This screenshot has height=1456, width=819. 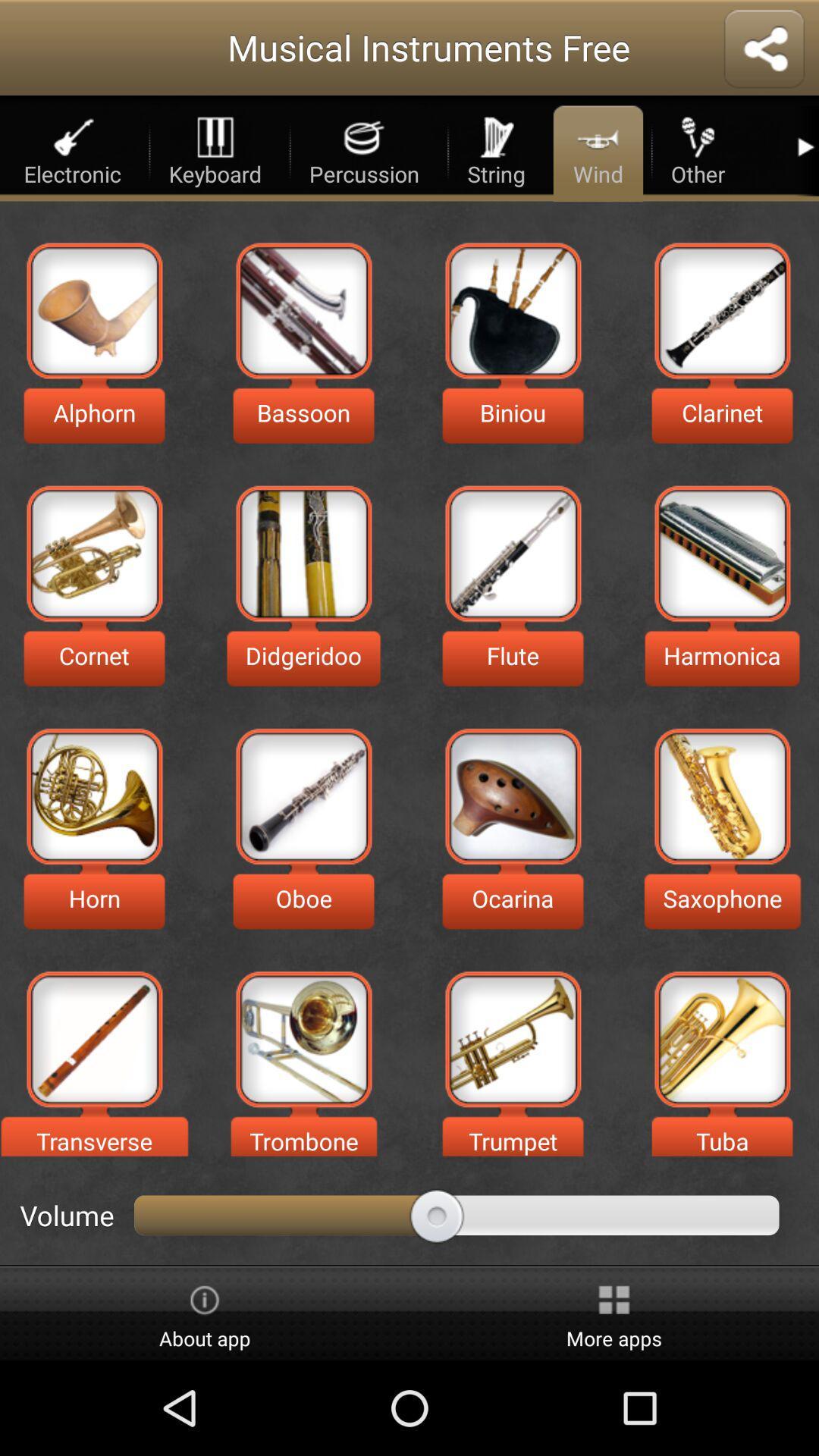 What do you see at coordinates (94, 795) in the screenshot?
I see `option` at bounding box center [94, 795].